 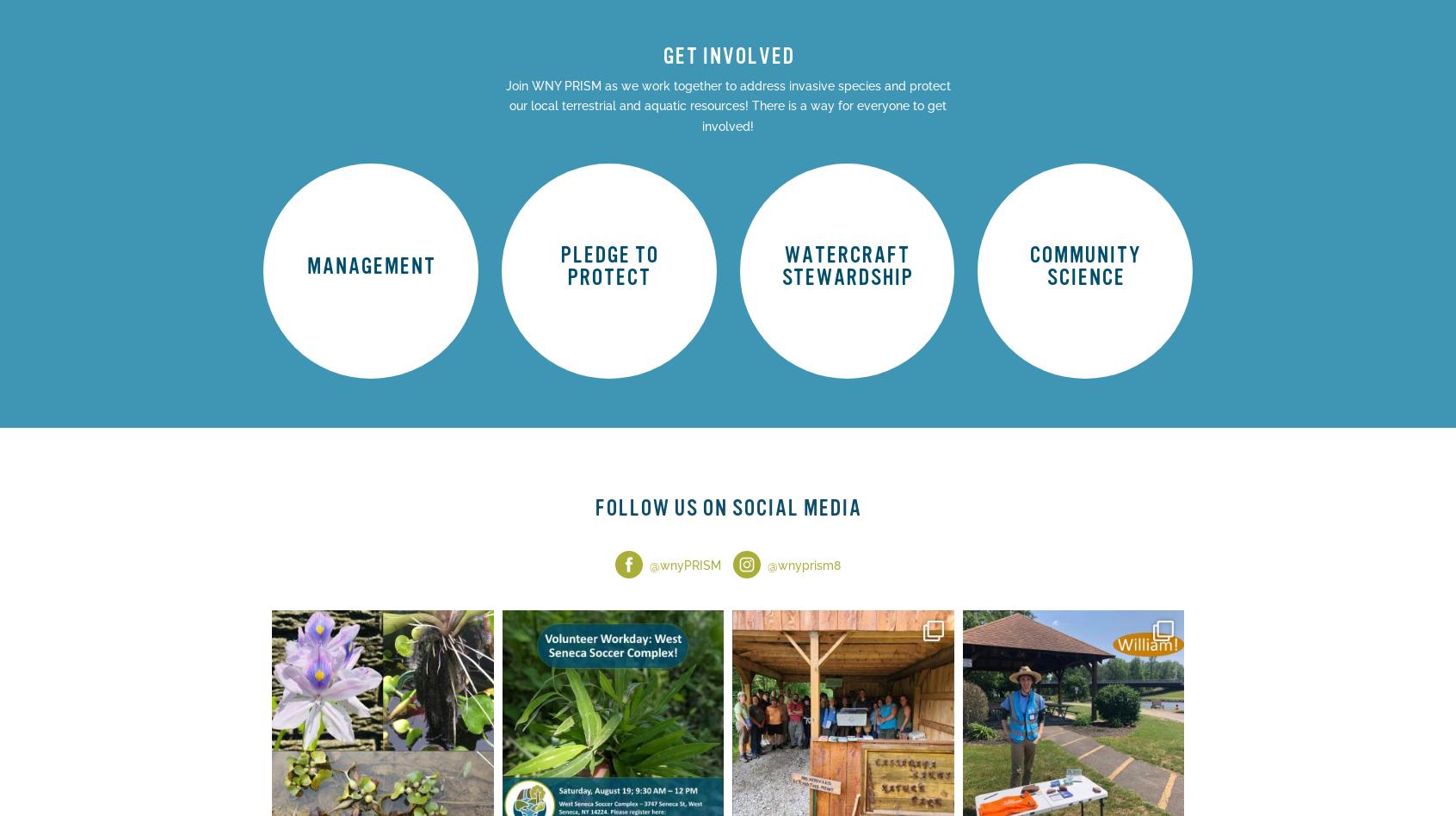 I want to click on '@wnyPRISM', so click(x=648, y=564).